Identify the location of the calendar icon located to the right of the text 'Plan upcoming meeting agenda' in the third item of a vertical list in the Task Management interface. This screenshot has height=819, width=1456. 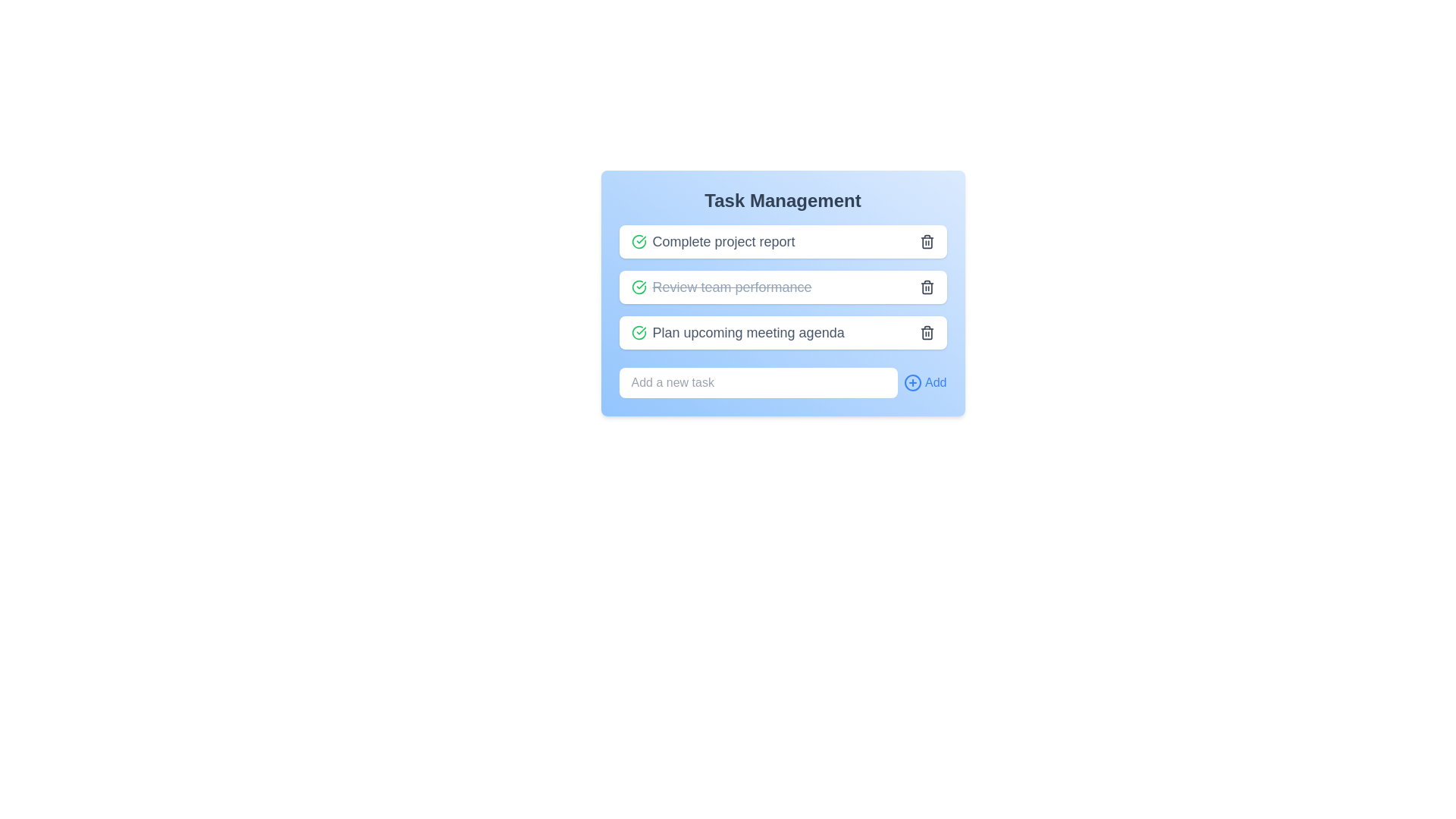
(926, 332).